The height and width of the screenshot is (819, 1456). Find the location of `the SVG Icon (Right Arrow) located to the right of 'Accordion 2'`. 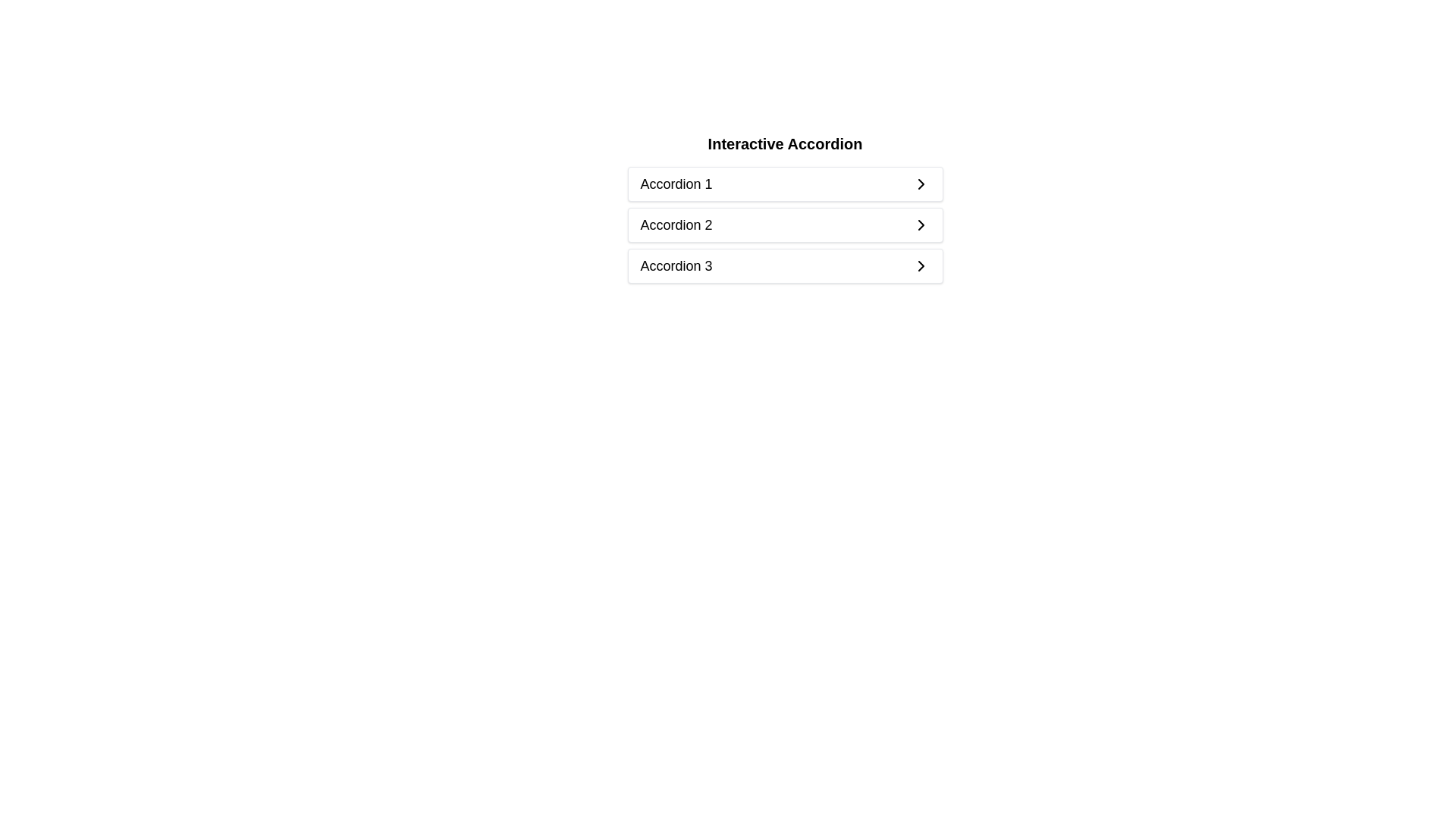

the SVG Icon (Right Arrow) located to the right of 'Accordion 2' is located at coordinates (920, 225).